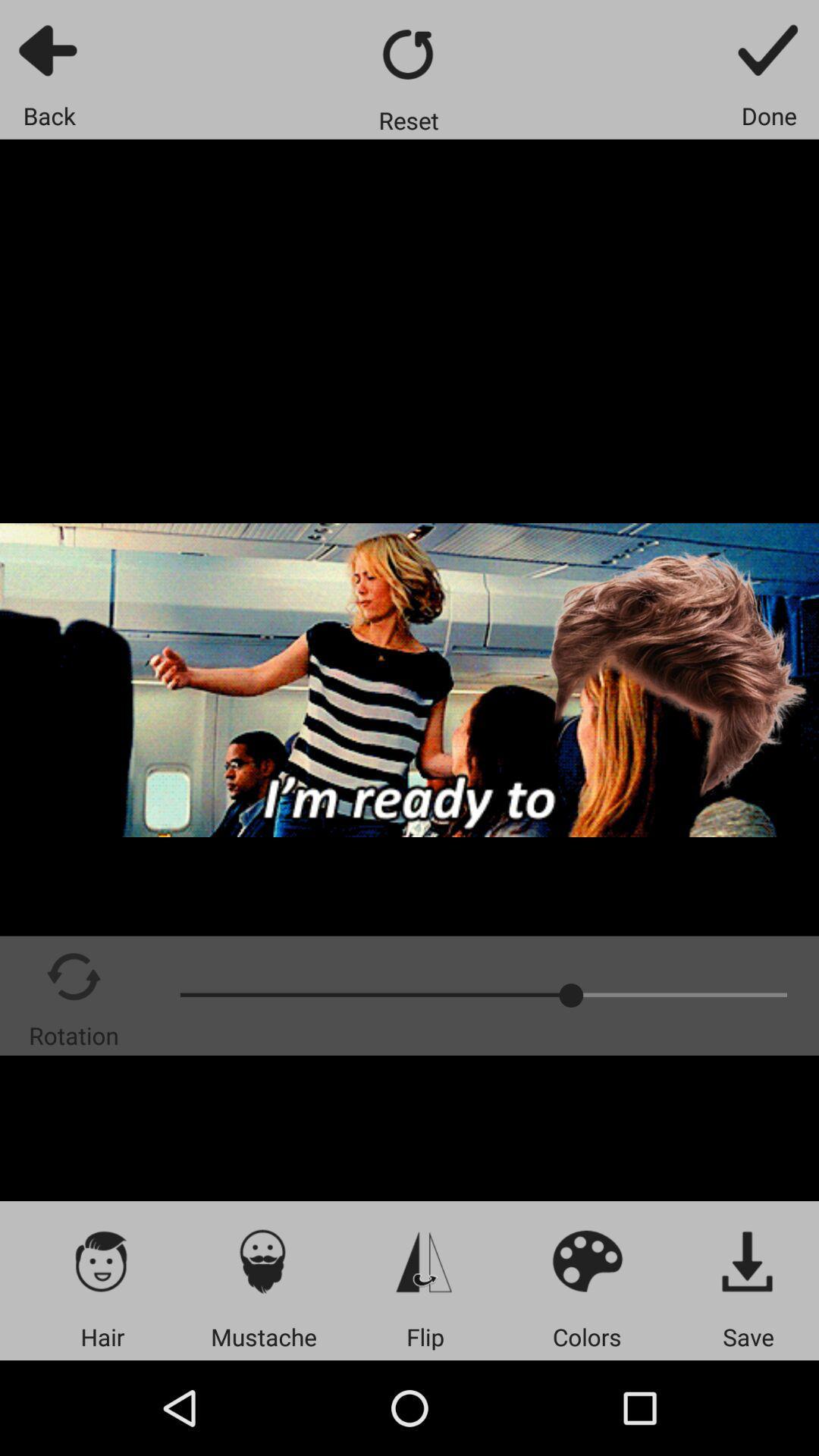 The width and height of the screenshot is (819, 1456). Describe the element at coordinates (408, 54) in the screenshot. I see `the refresh icon` at that location.